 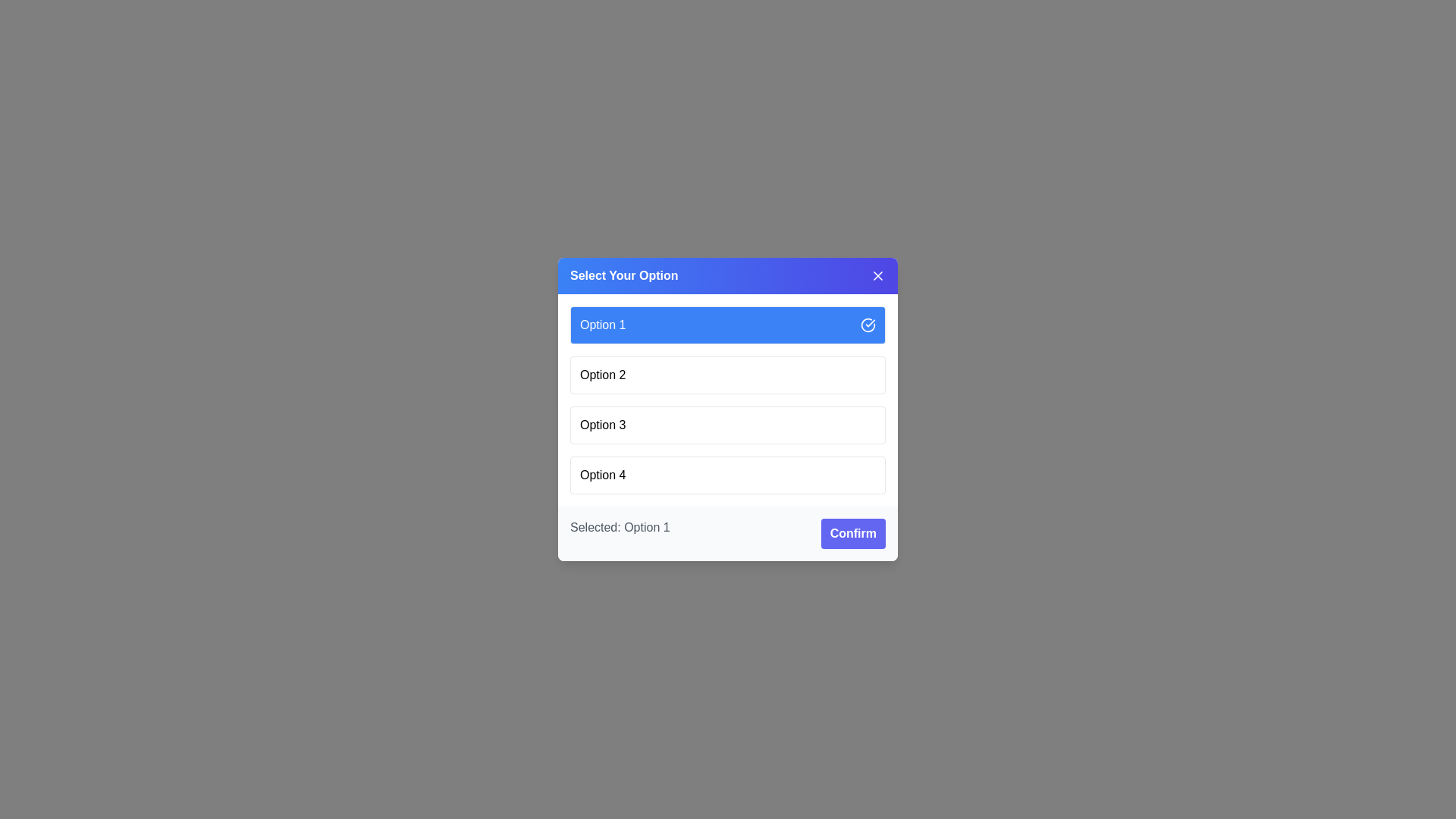 I want to click on the Confirmation icon located to the right of the 'Option 1' text to interact with it, so click(x=868, y=324).